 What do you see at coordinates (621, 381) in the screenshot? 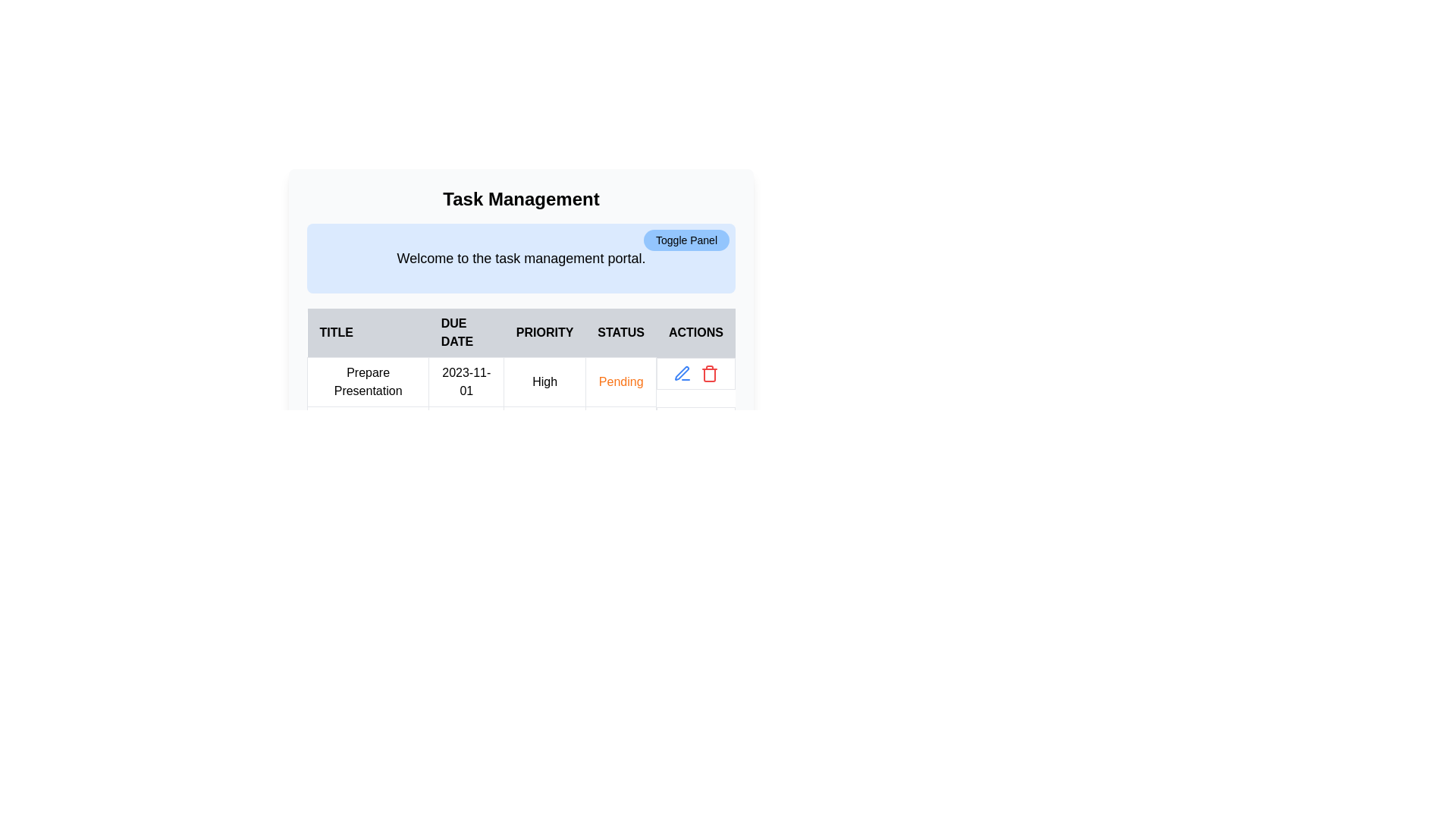
I see `the text label element displaying the orange word 'Pending' in the 'STATUS' column of the task table, specifically the fourth cell associated with the 'Prepare Presentation' task` at bounding box center [621, 381].